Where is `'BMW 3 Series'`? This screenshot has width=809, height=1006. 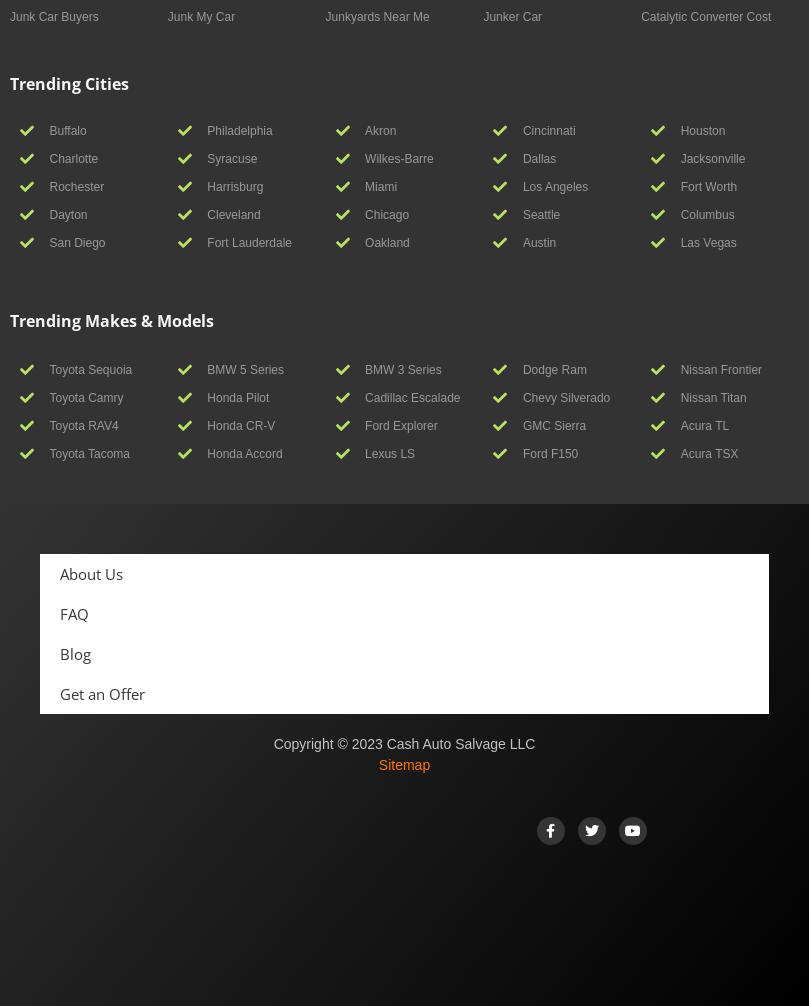 'BMW 3 Series' is located at coordinates (402, 368).